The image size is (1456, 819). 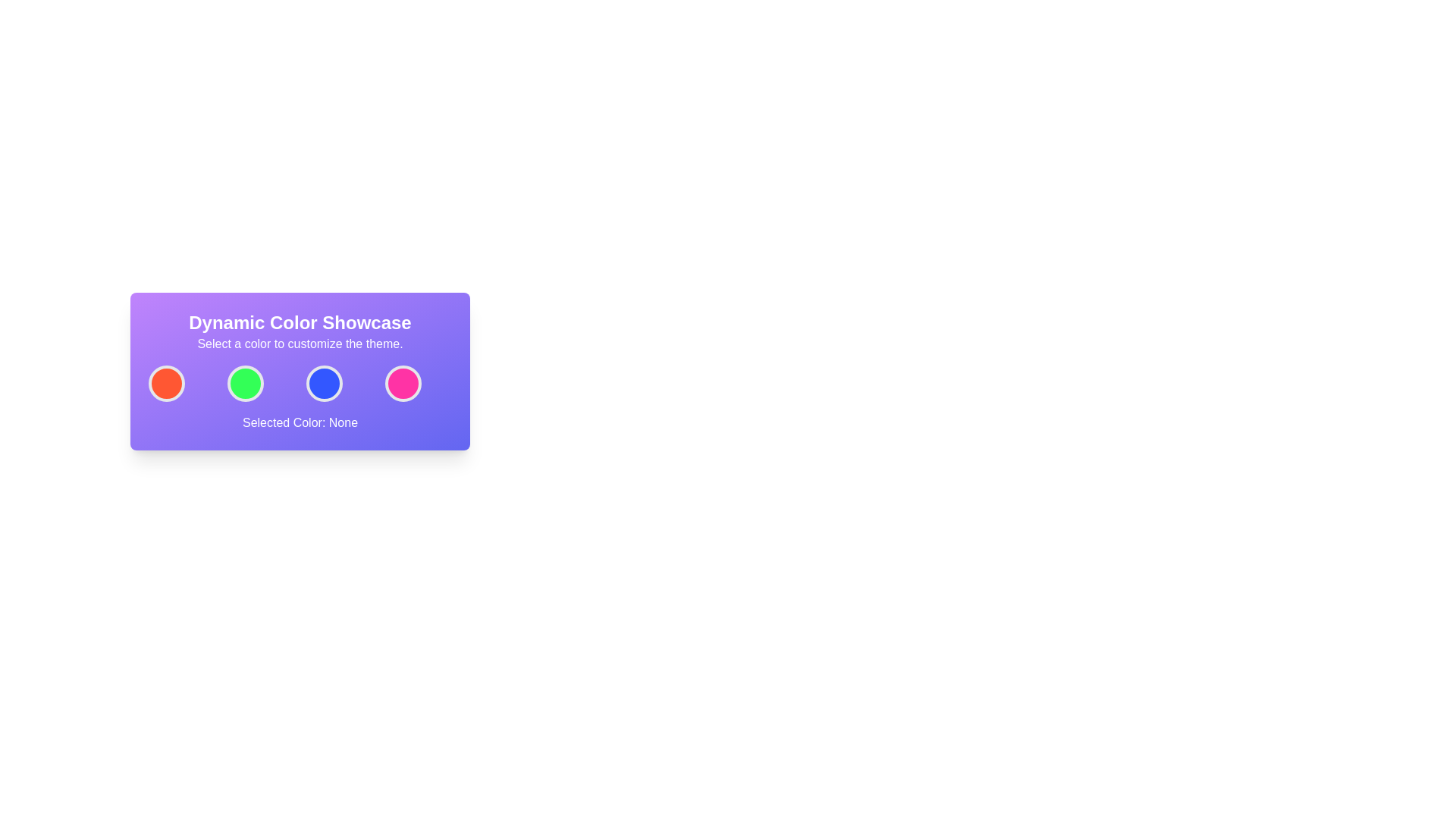 What do you see at coordinates (342, 422) in the screenshot?
I see `the text label displaying 'None' in bold white font on a purple background, which is part of the sentence 'Selected Color: None' located at the bottom of the card-like section` at bounding box center [342, 422].